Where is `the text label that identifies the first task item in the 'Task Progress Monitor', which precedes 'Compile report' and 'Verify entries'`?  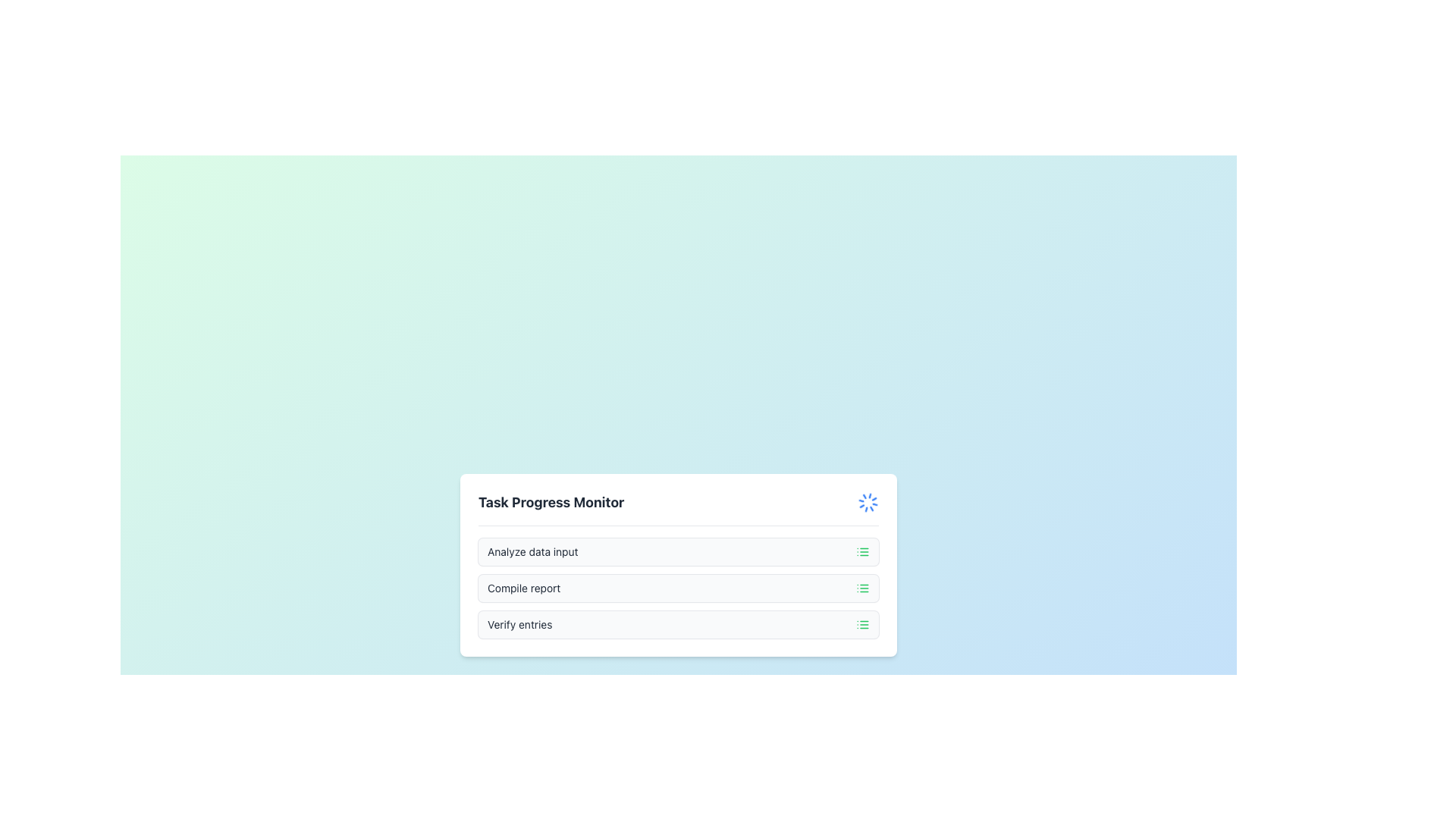
the text label that identifies the first task item in the 'Task Progress Monitor', which precedes 'Compile report' and 'Verify entries' is located at coordinates (532, 551).